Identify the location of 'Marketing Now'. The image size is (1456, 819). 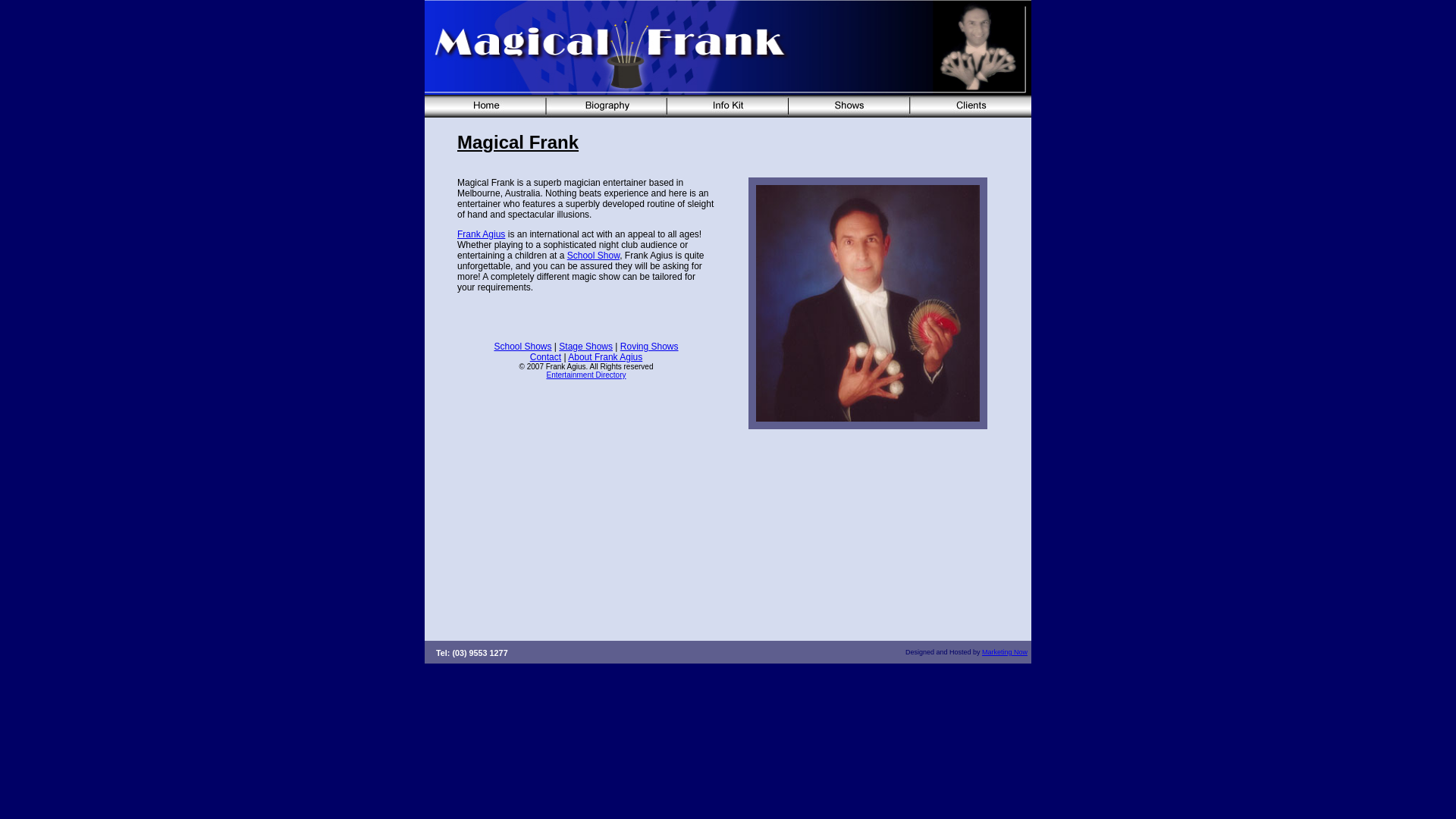
(1004, 651).